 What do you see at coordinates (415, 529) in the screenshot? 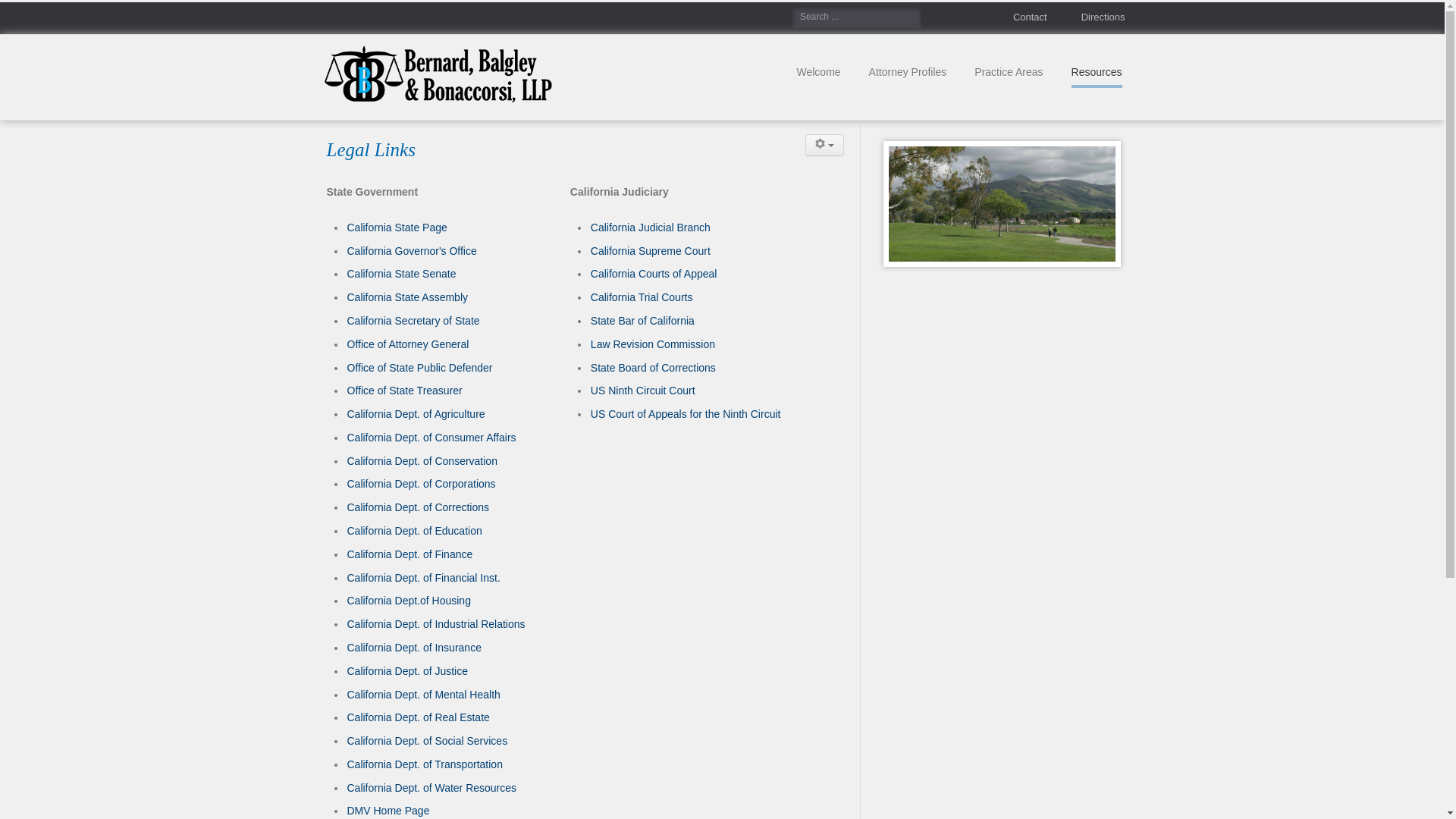
I see `'California Dept. of Education'` at bounding box center [415, 529].